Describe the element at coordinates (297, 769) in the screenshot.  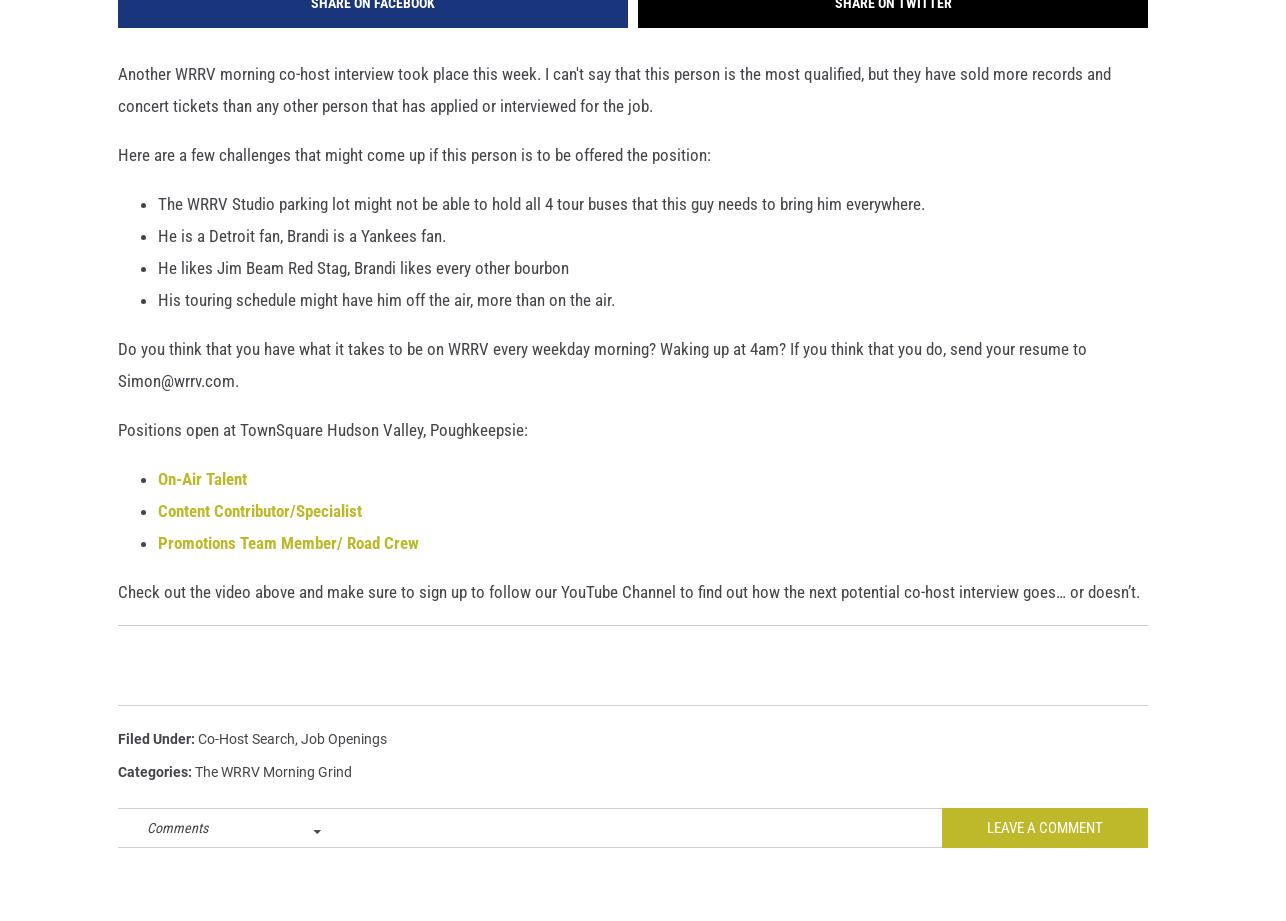
I see `','` at that location.